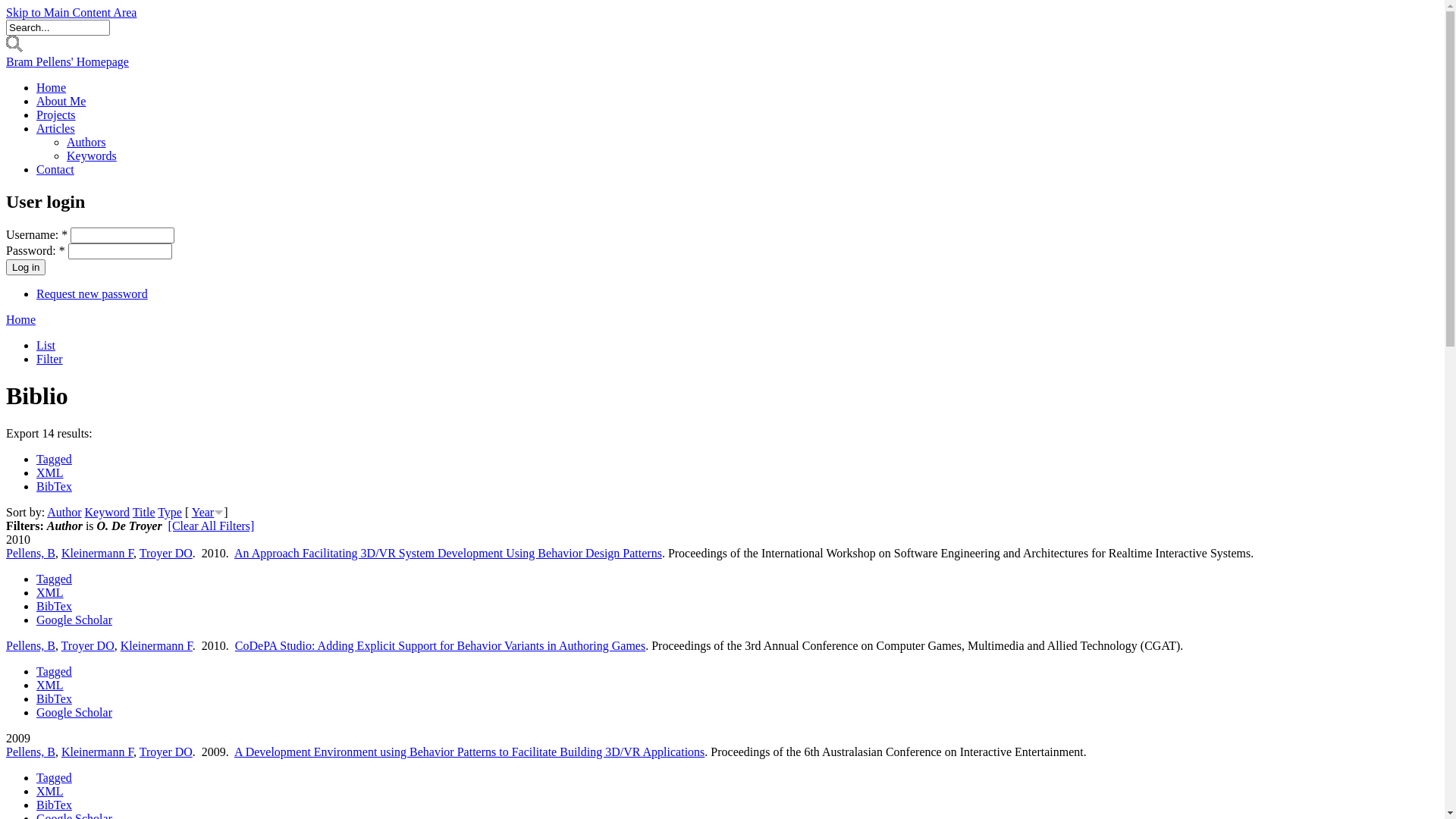 This screenshot has width=1456, height=819. I want to click on 'Articles', so click(36, 127).